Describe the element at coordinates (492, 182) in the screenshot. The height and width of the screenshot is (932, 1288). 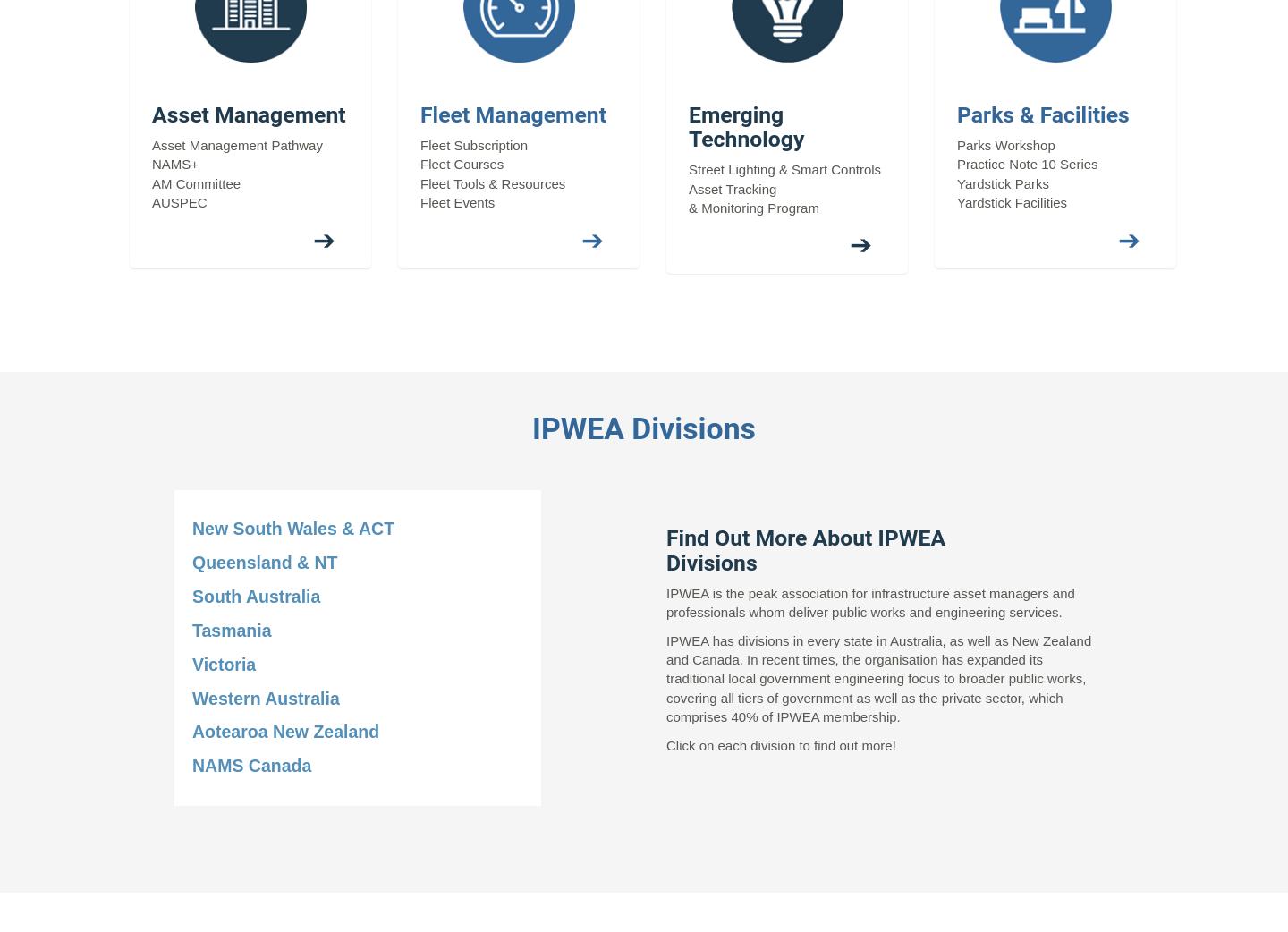
I see `'Fleet Tools & Resources'` at that location.